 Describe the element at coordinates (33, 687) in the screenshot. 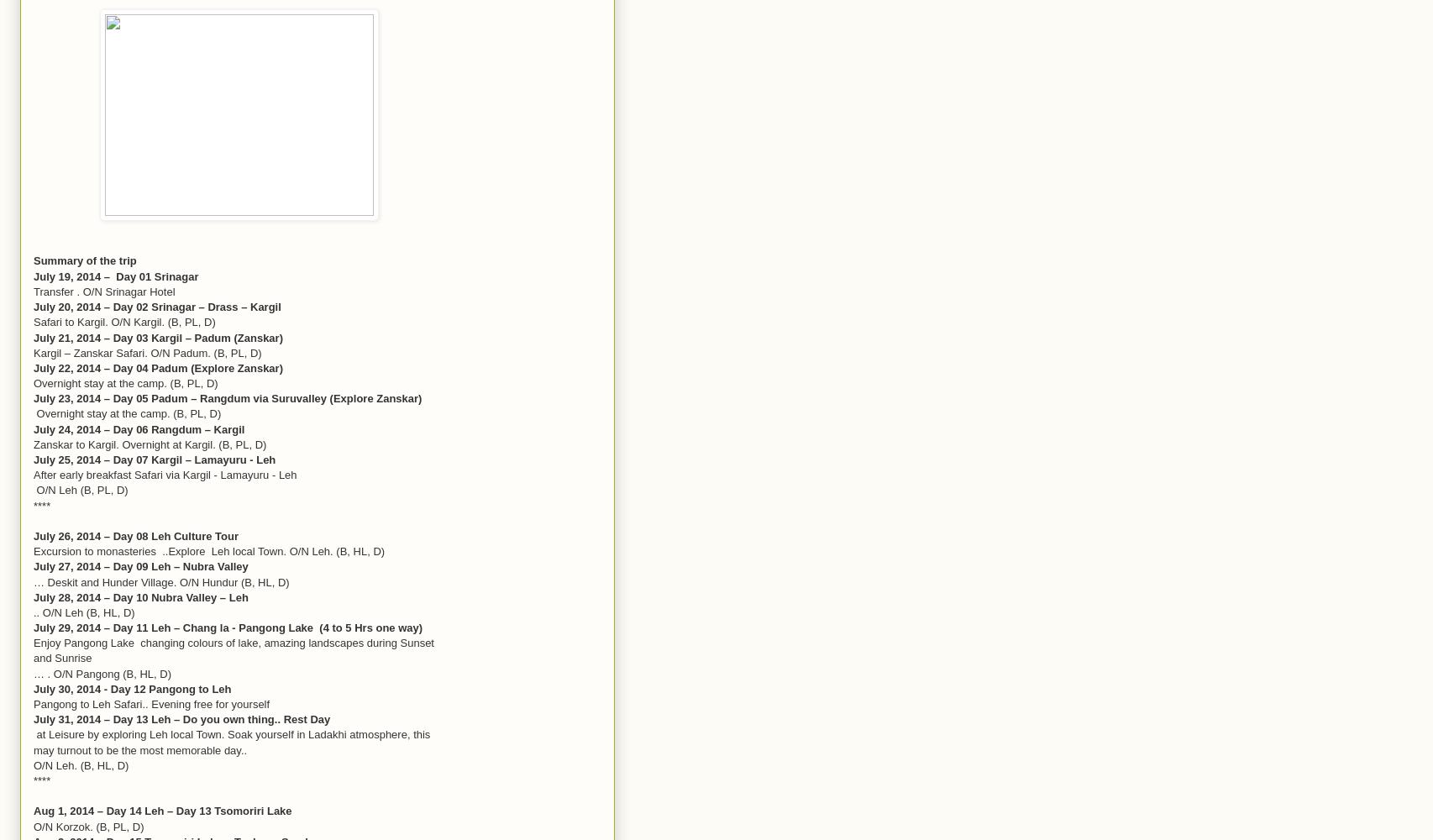

I see `'July 30, 2014 - Day 12 Pangong to Leh'` at that location.